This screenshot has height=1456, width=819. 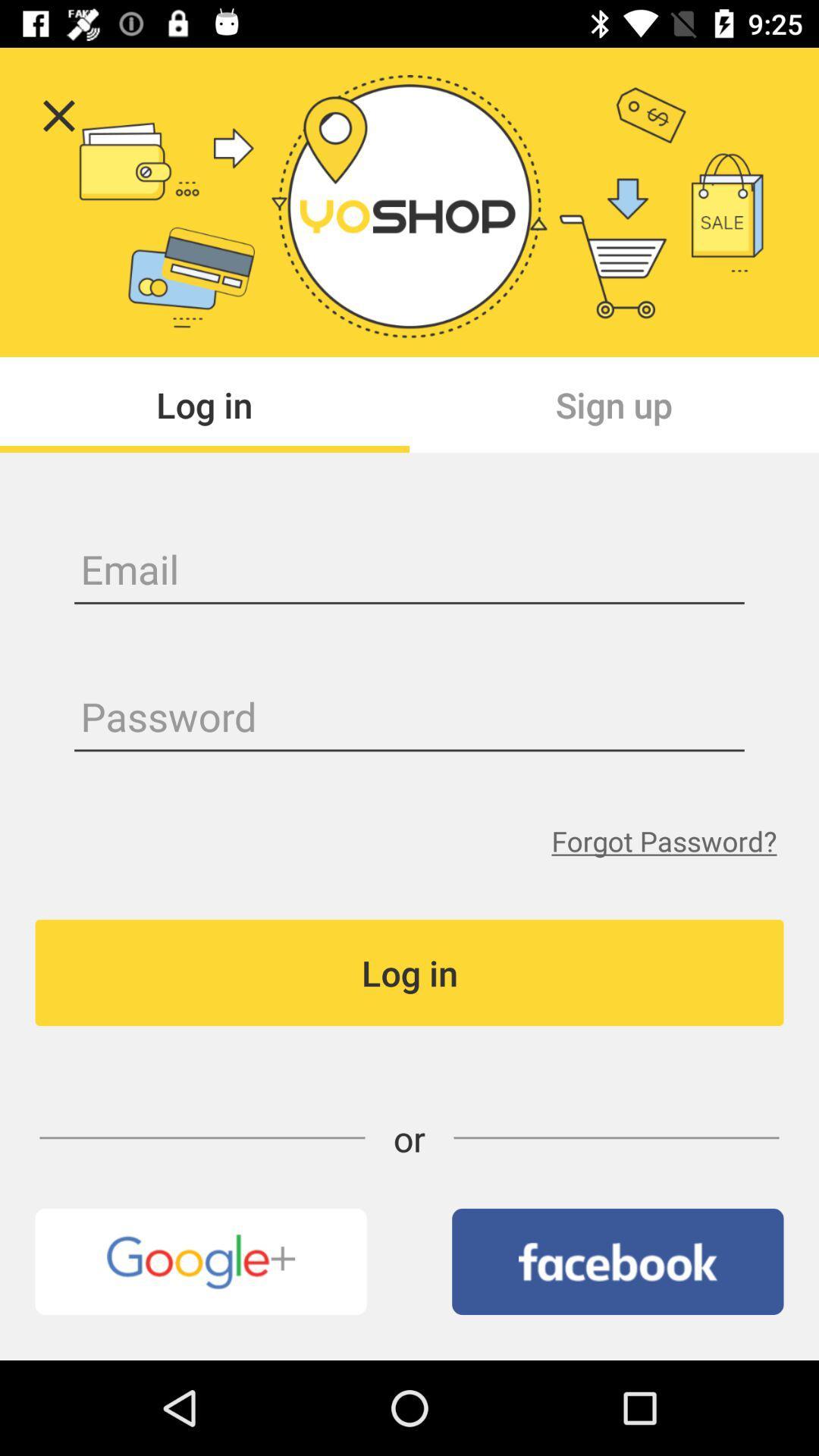 I want to click on close, so click(x=58, y=115).